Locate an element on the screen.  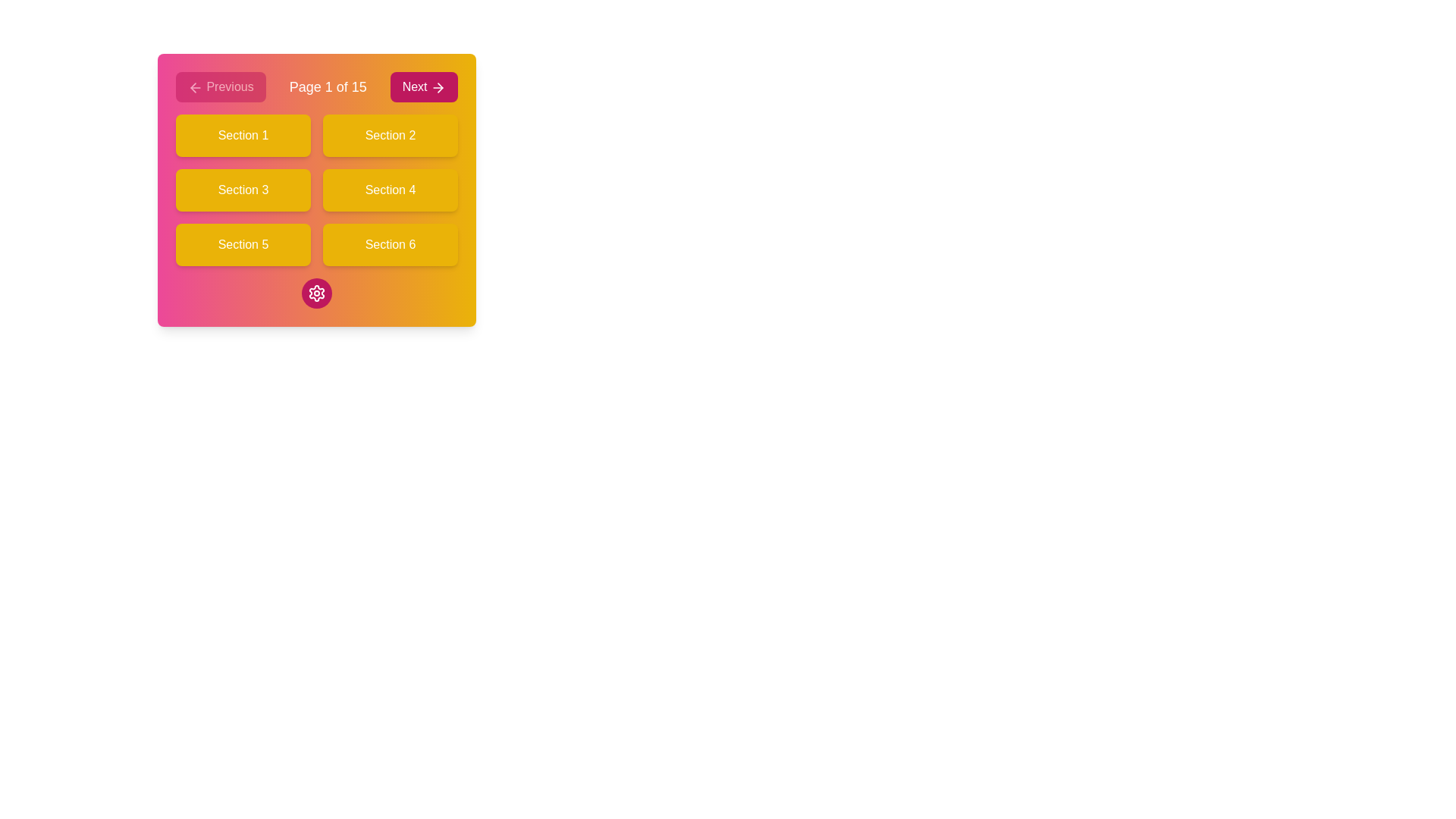
the 'Next' button located in the upper-right corner of the pagination controls is located at coordinates (423, 87).